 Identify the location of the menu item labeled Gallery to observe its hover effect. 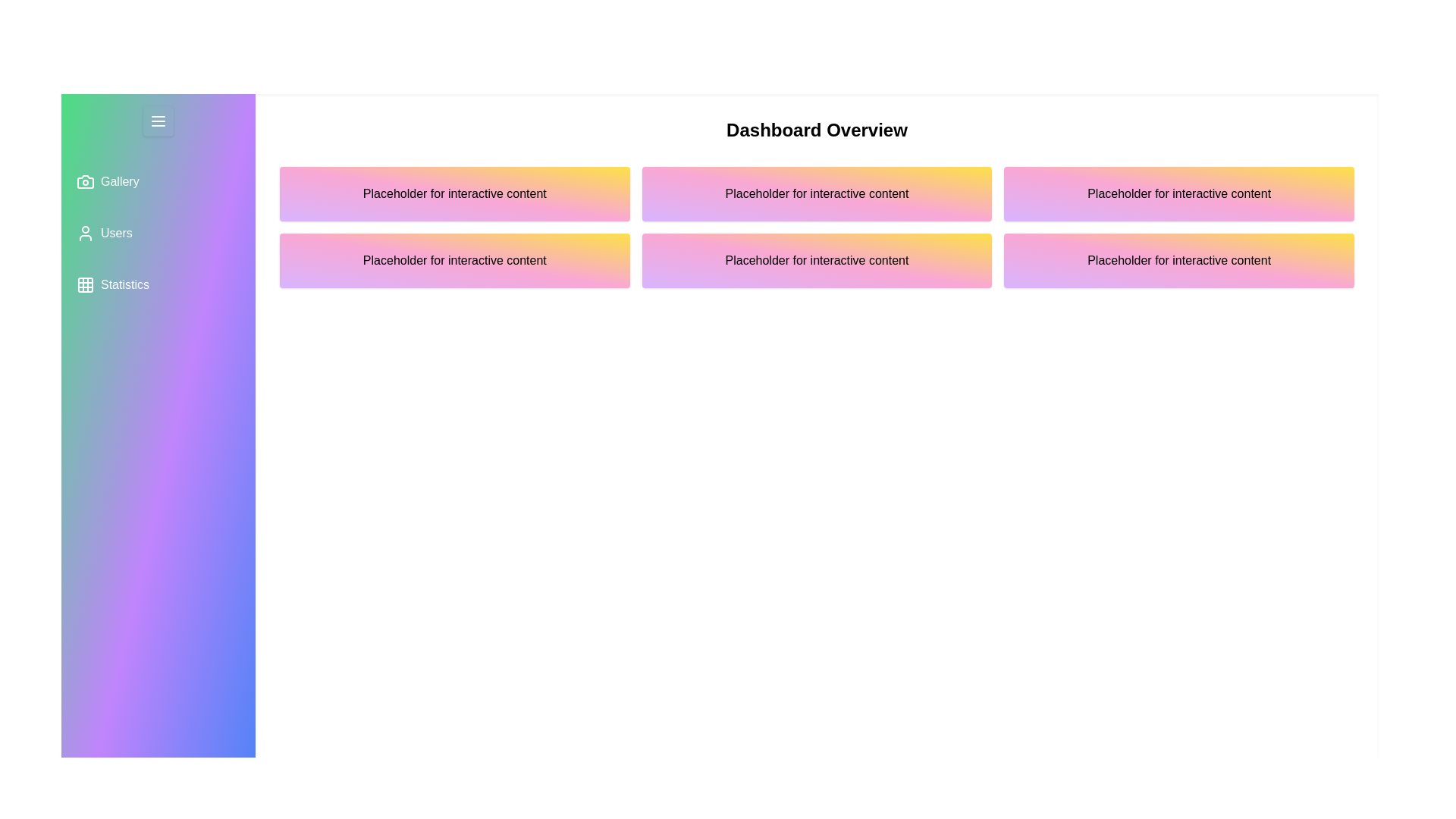
(158, 180).